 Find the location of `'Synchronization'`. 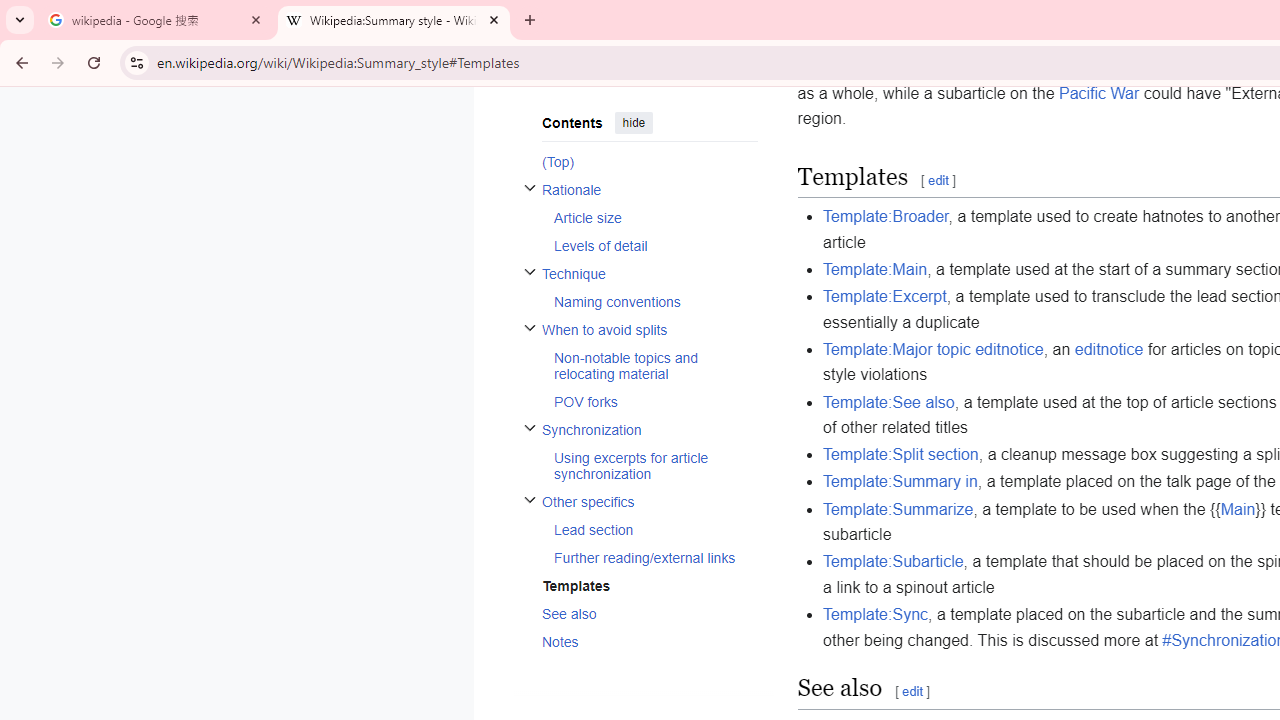

'Synchronization' is located at coordinates (649, 428).